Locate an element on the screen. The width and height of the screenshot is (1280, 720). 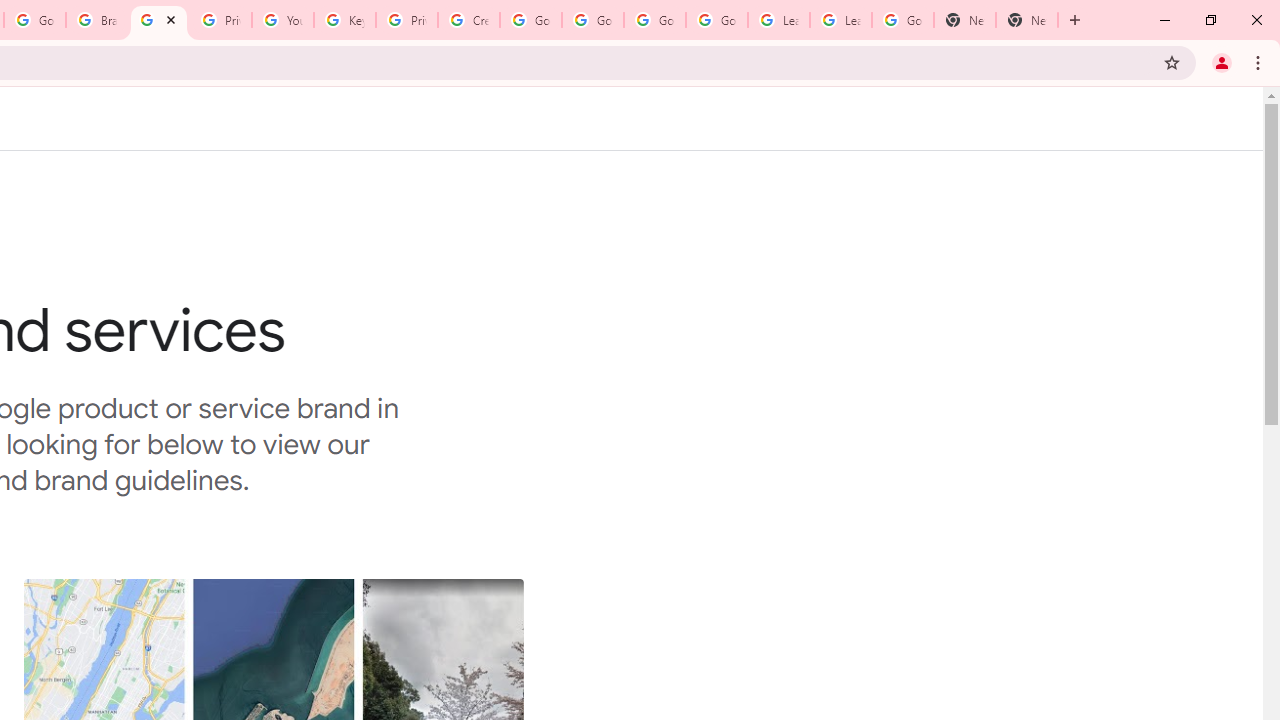
'Google Account Help' is located at coordinates (531, 20).